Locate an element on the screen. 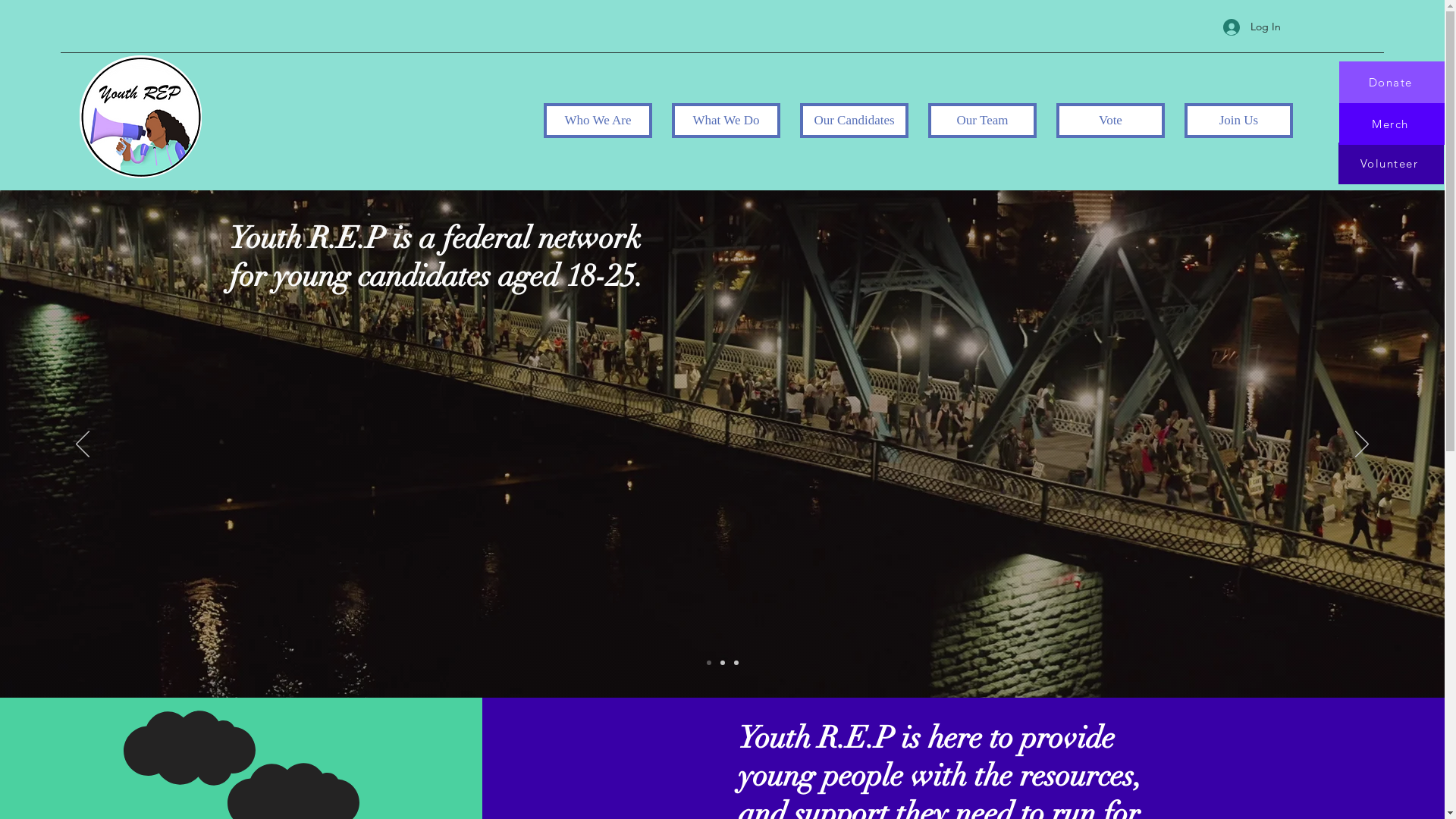 The image size is (1456, 819). 'Merch' is located at coordinates (1392, 123).